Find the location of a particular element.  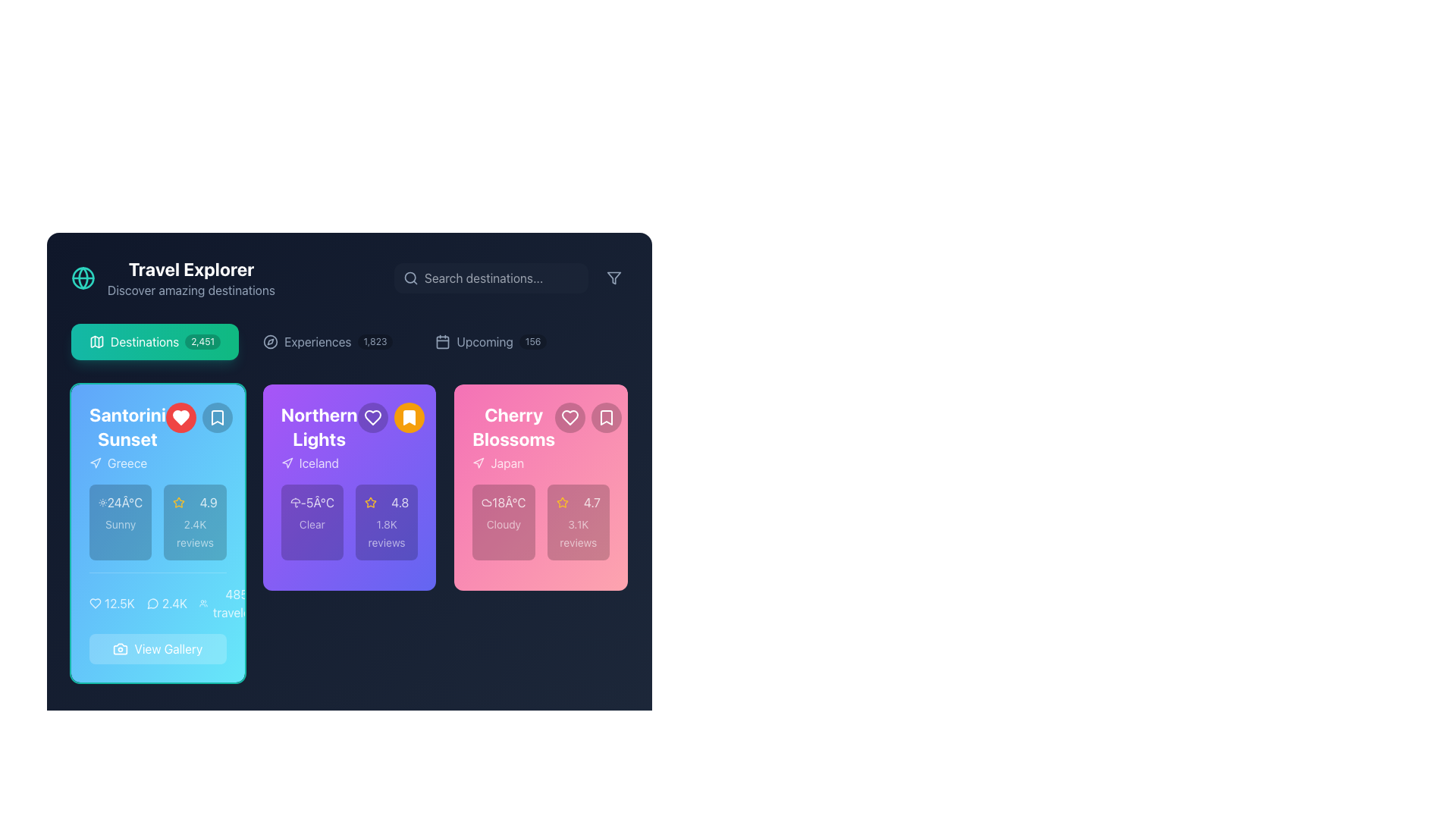

the static text label that informs the user about the number of reviews for the 'Northern Lights' destination, located below the '4.8' star rating and its associated star icon is located at coordinates (387, 532).